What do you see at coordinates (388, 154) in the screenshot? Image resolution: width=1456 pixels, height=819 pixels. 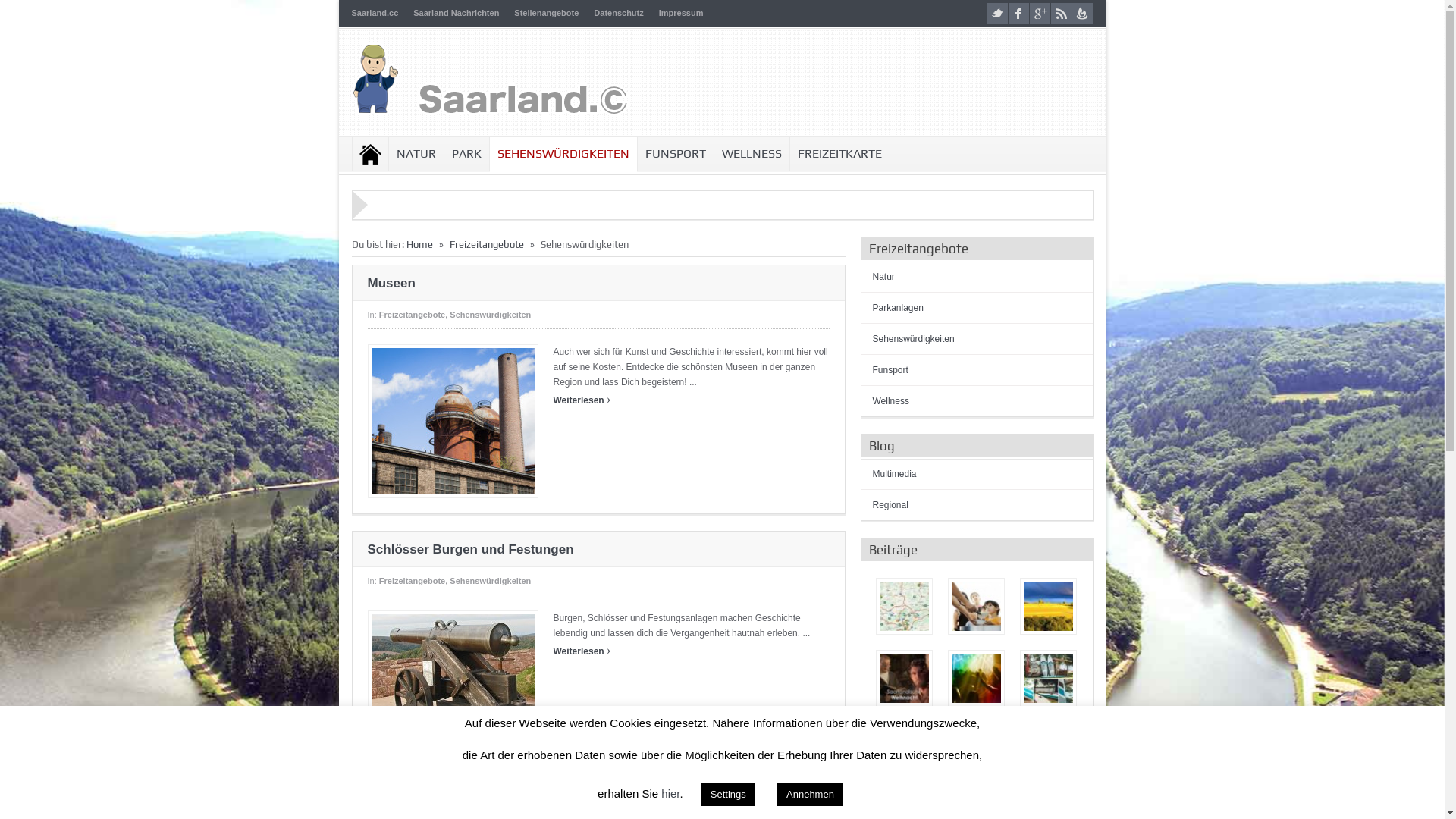 I see `'NATUR'` at bounding box center [388, 154].